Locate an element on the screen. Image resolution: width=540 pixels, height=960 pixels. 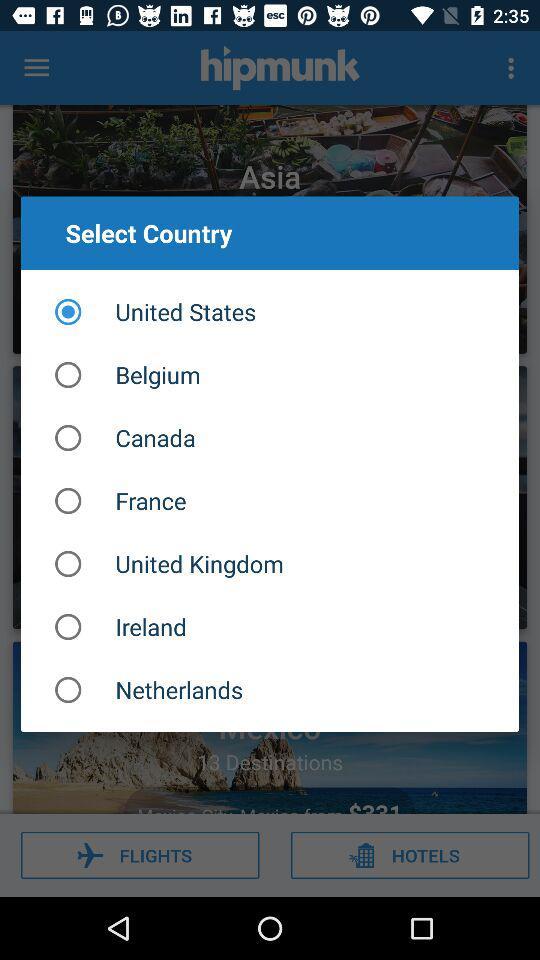
icon above ireland icon is located at coordinates (270, 564).